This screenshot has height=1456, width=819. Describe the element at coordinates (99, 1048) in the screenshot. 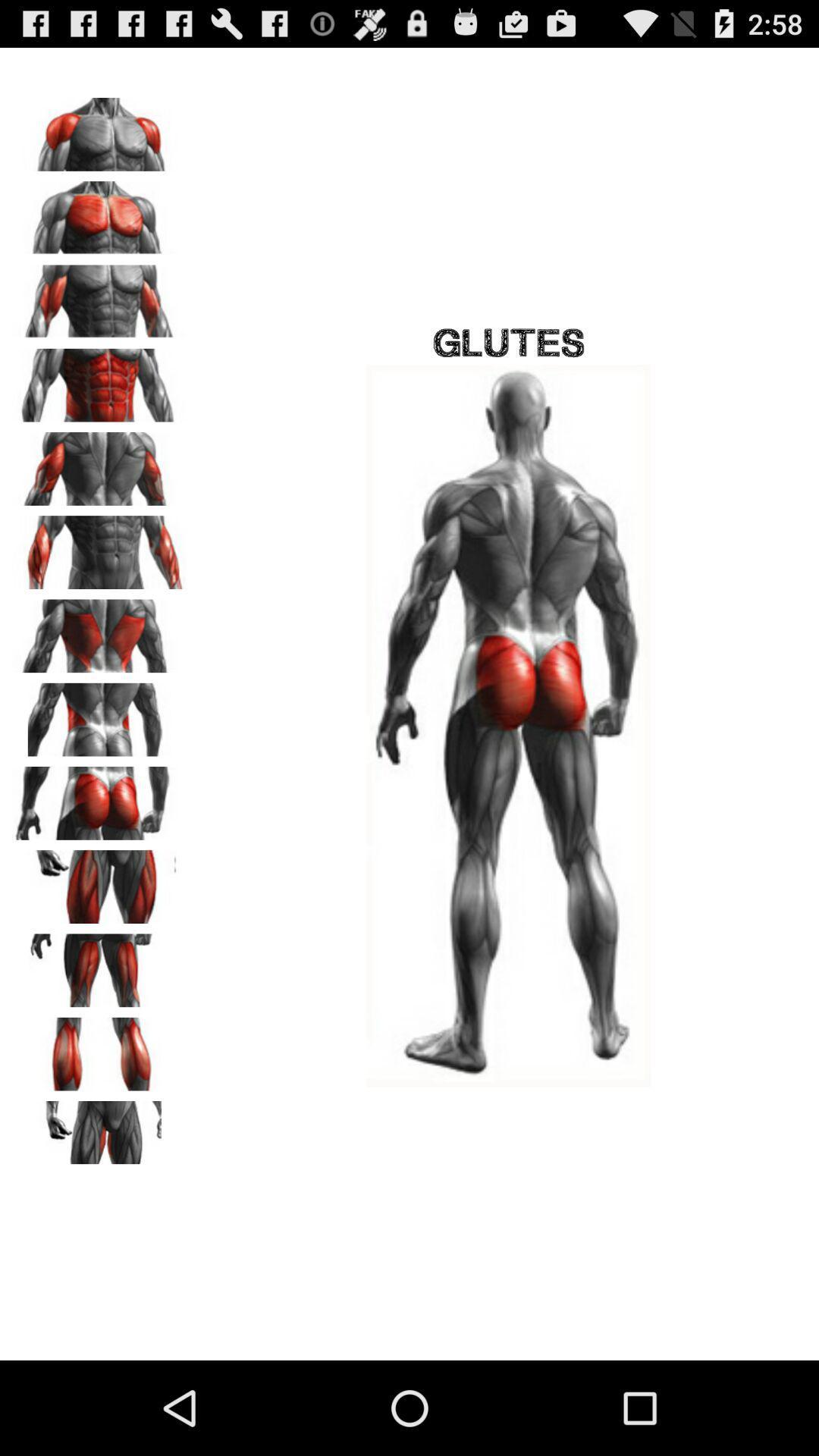

I see `show calf muscles` at that location.